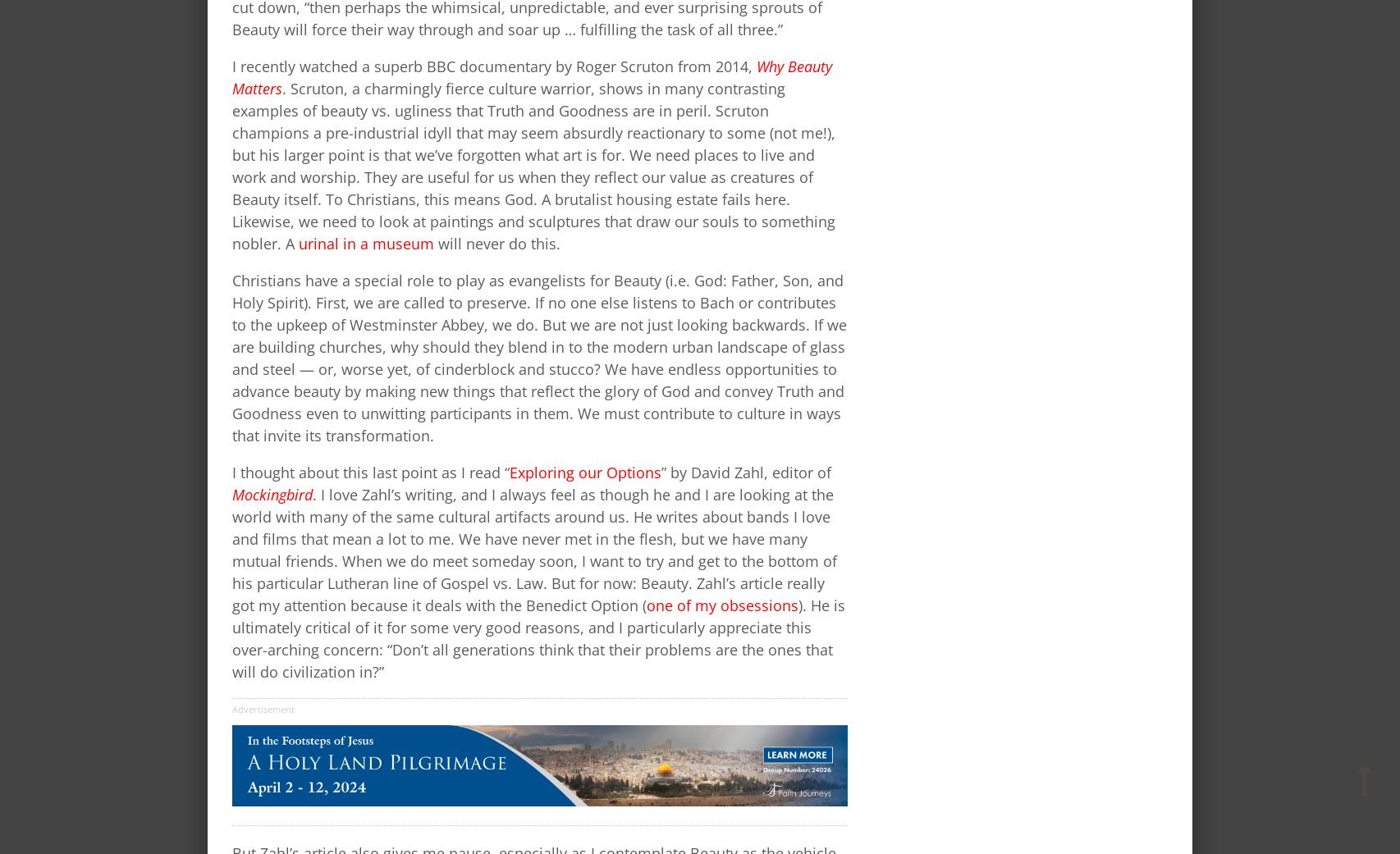 This screenshot has width=1400, height=854. Describe the element at coordinates (538, 637) in the screenshot. I see `'). He is ultimately critical of it for some very good reasons, and I particularly appreciate this over-arching concern: “Don’t all generations think that their problems are the ones that will do civilization in?”'` at that location.